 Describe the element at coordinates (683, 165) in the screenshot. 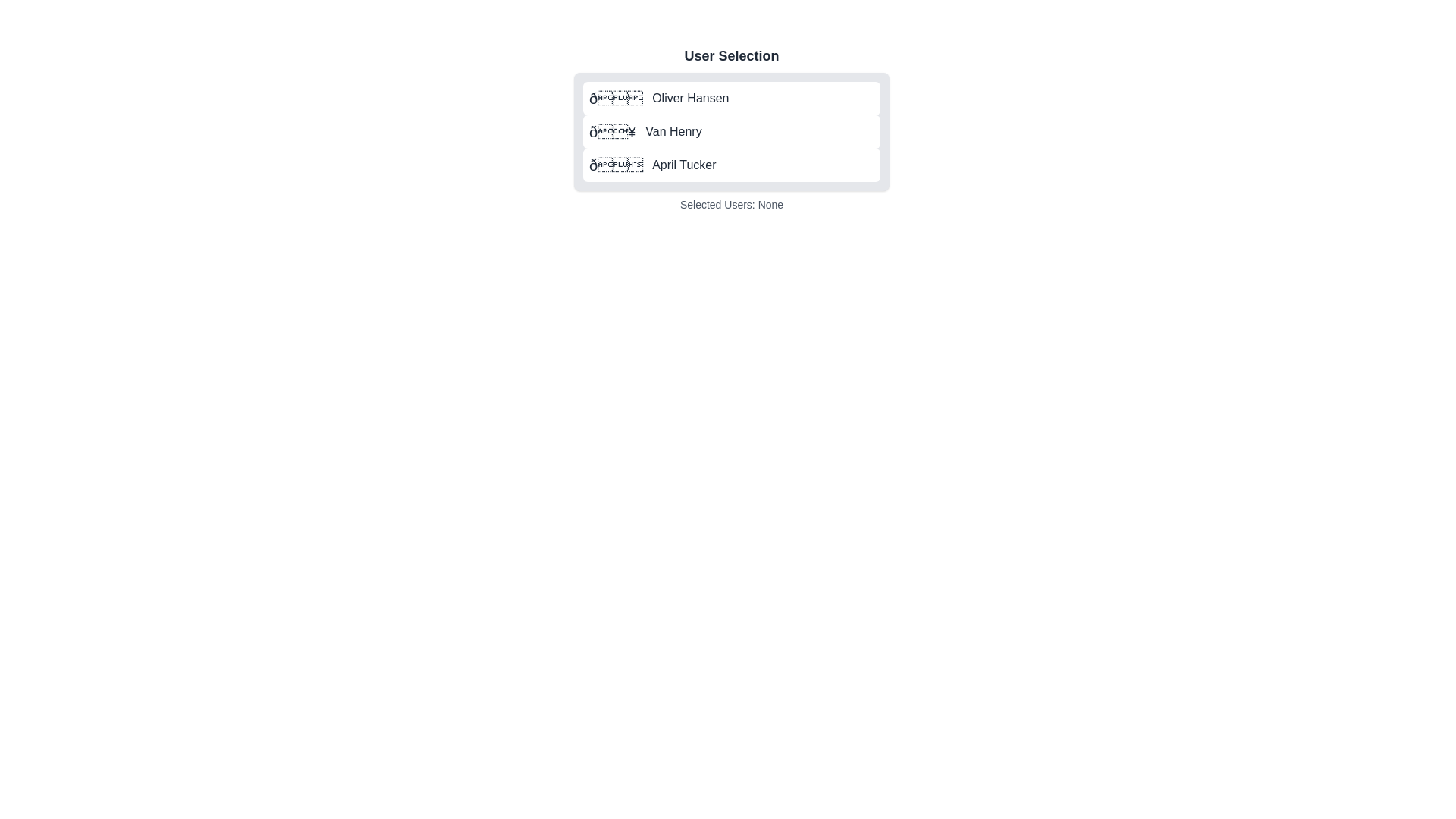

I see `the user 'April Tucker' from the user selection list by clicking on the text element located in the third list item, positioned slightly to the right of an emoji-like icon` at that location.